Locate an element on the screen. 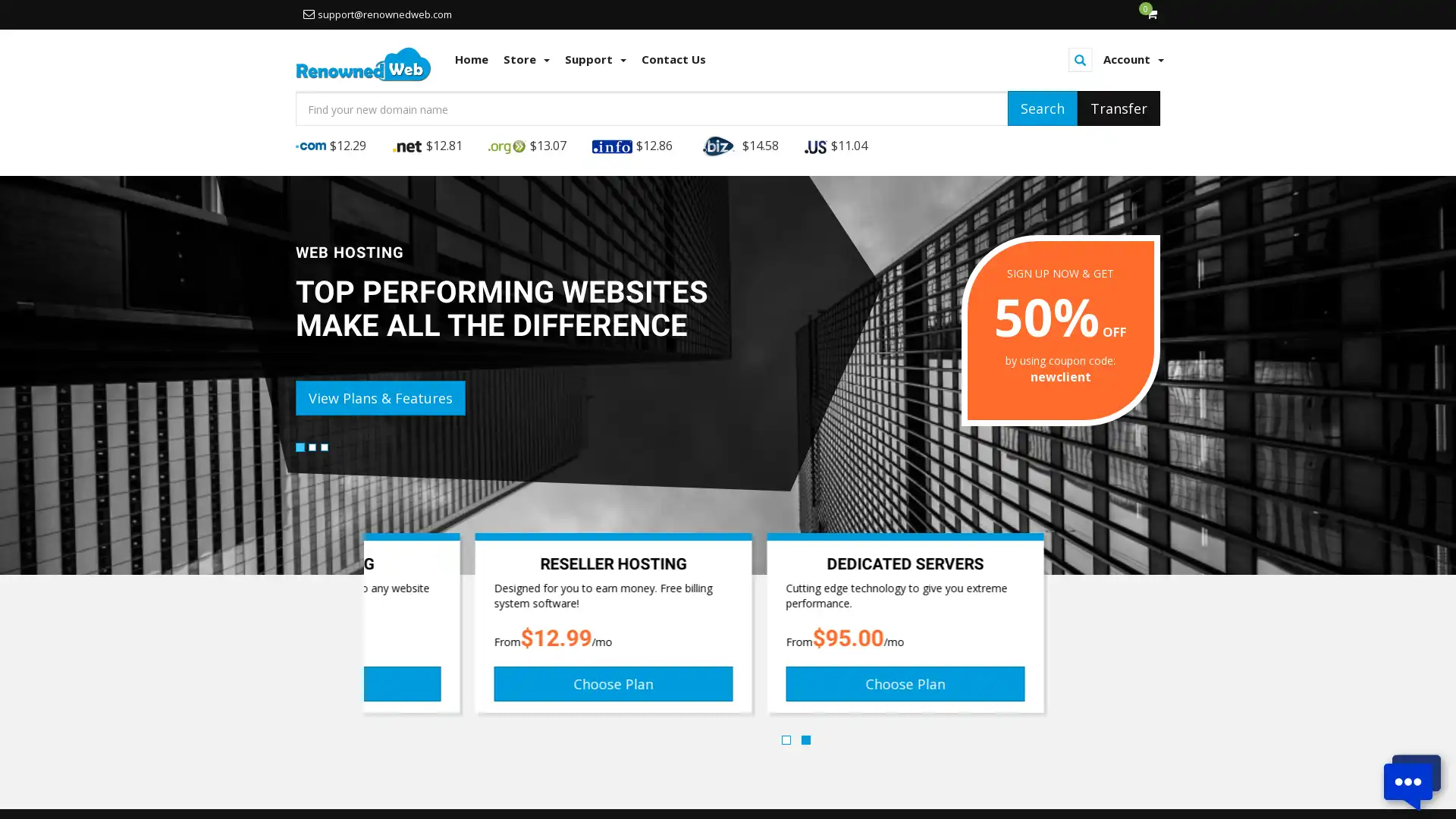 The height and width of the screenshot is (819, 1456). Search is located at coordinates (1041, 107).